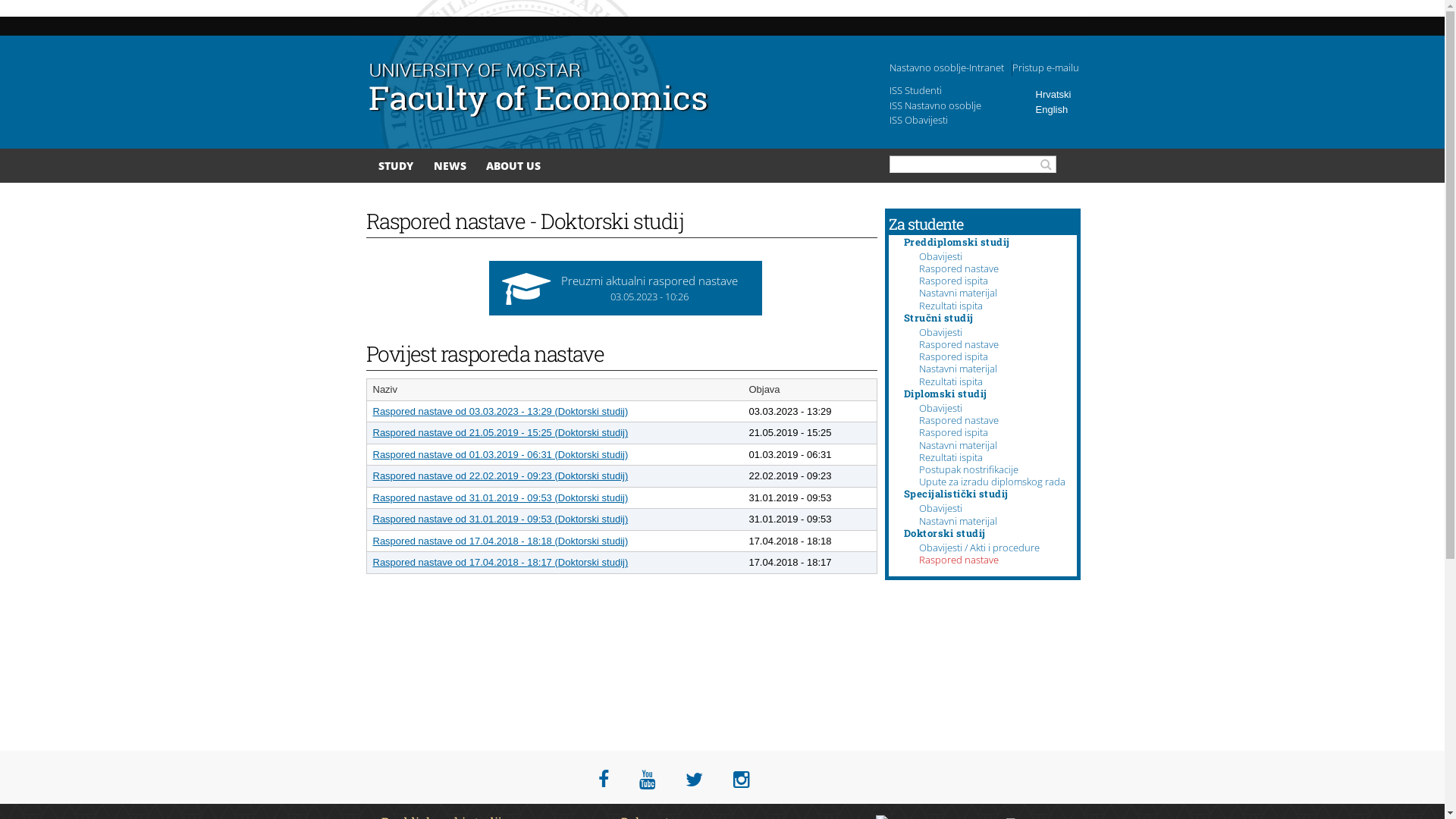 The height and width of the screenshot is (819, 1456). I want to click on 'Postupak nostrifikacije', so click(968, 468).